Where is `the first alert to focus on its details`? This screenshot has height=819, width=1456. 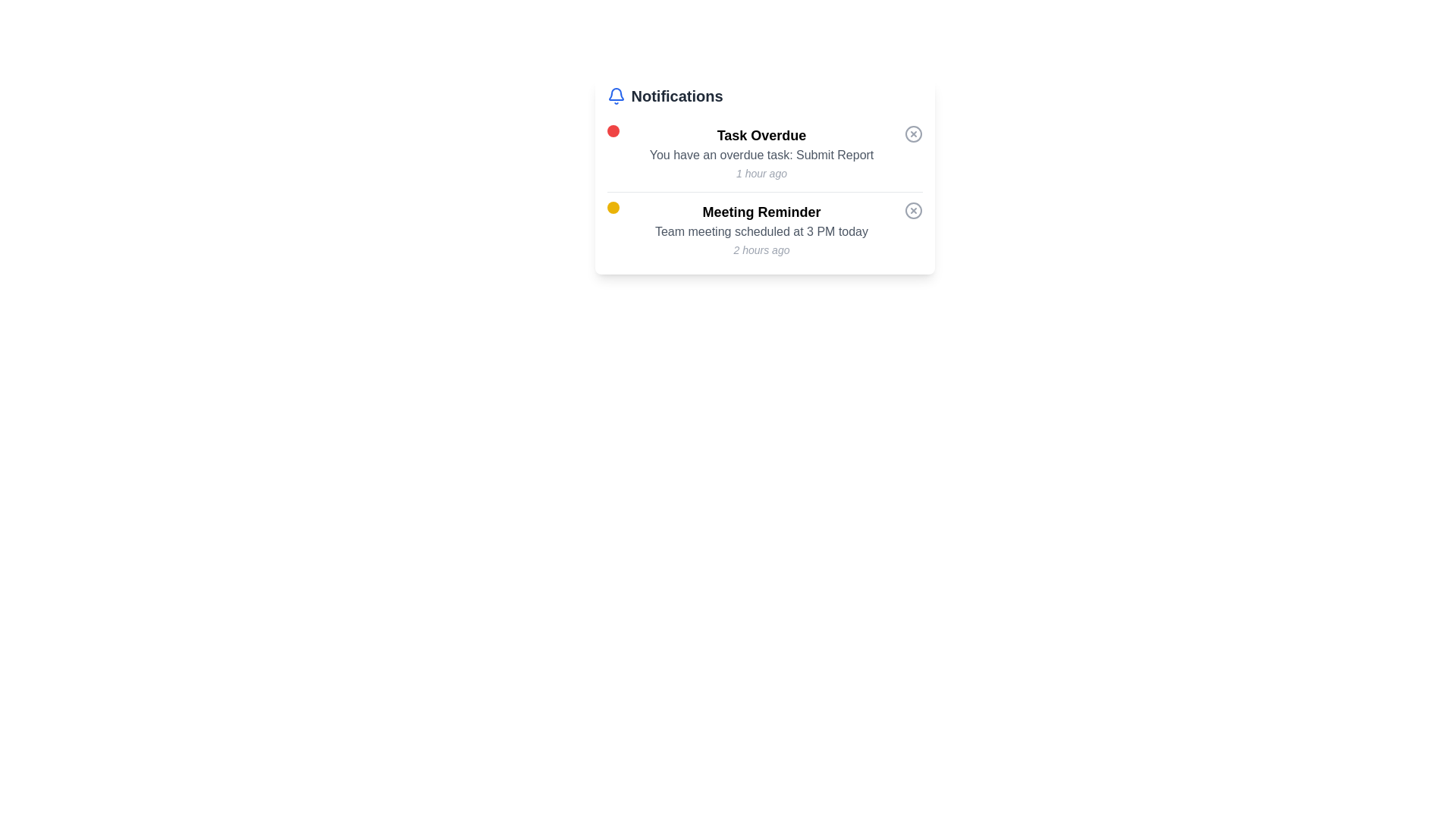 the first alert to focus on its details is located at coordinates (764, 154).